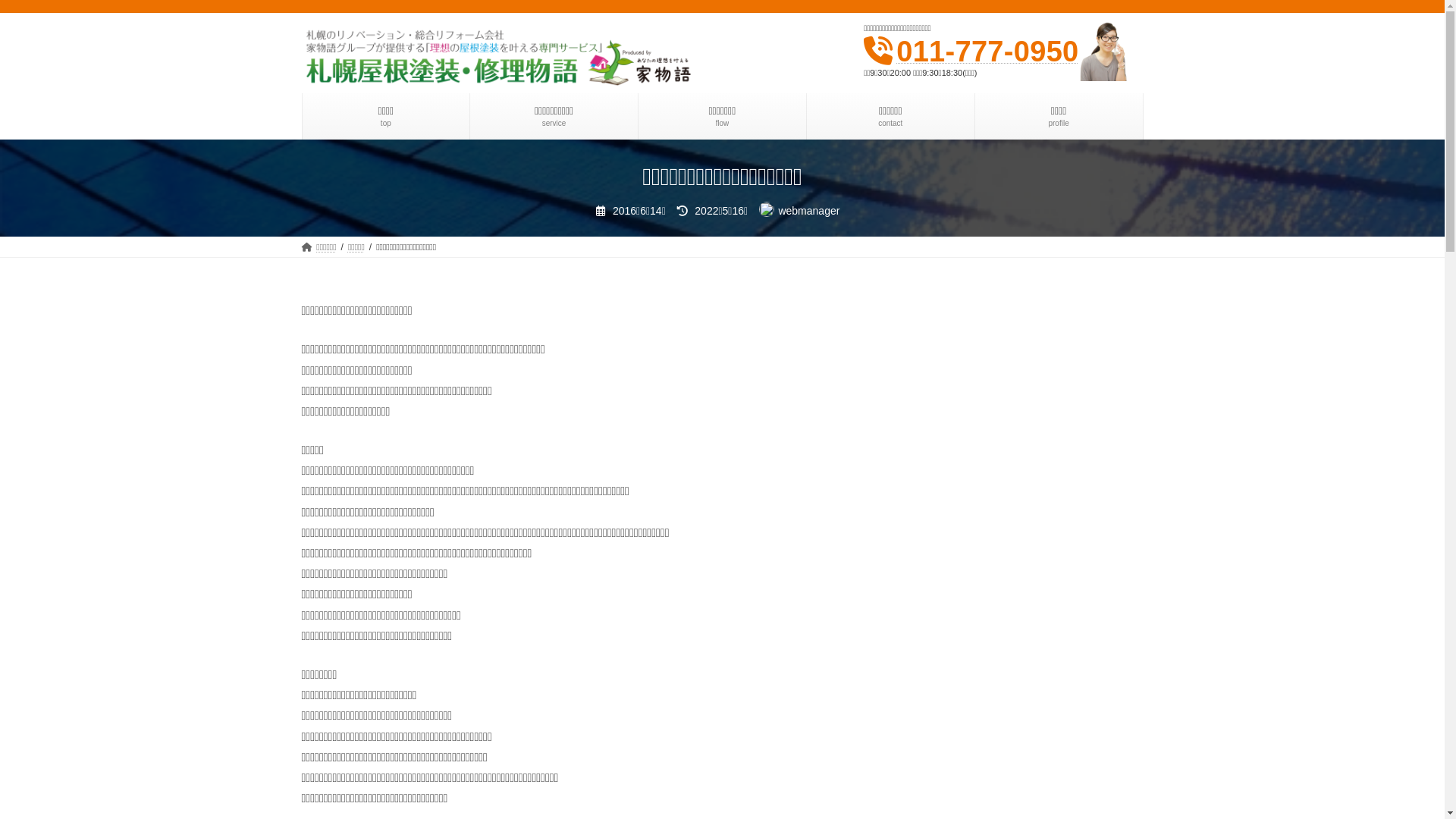 This screenshot has width=1456, height=819. What do you see at coordinates (896, 51) in the screenshot?
I see `'011-777-0950'` at bounding box center [896, 51].